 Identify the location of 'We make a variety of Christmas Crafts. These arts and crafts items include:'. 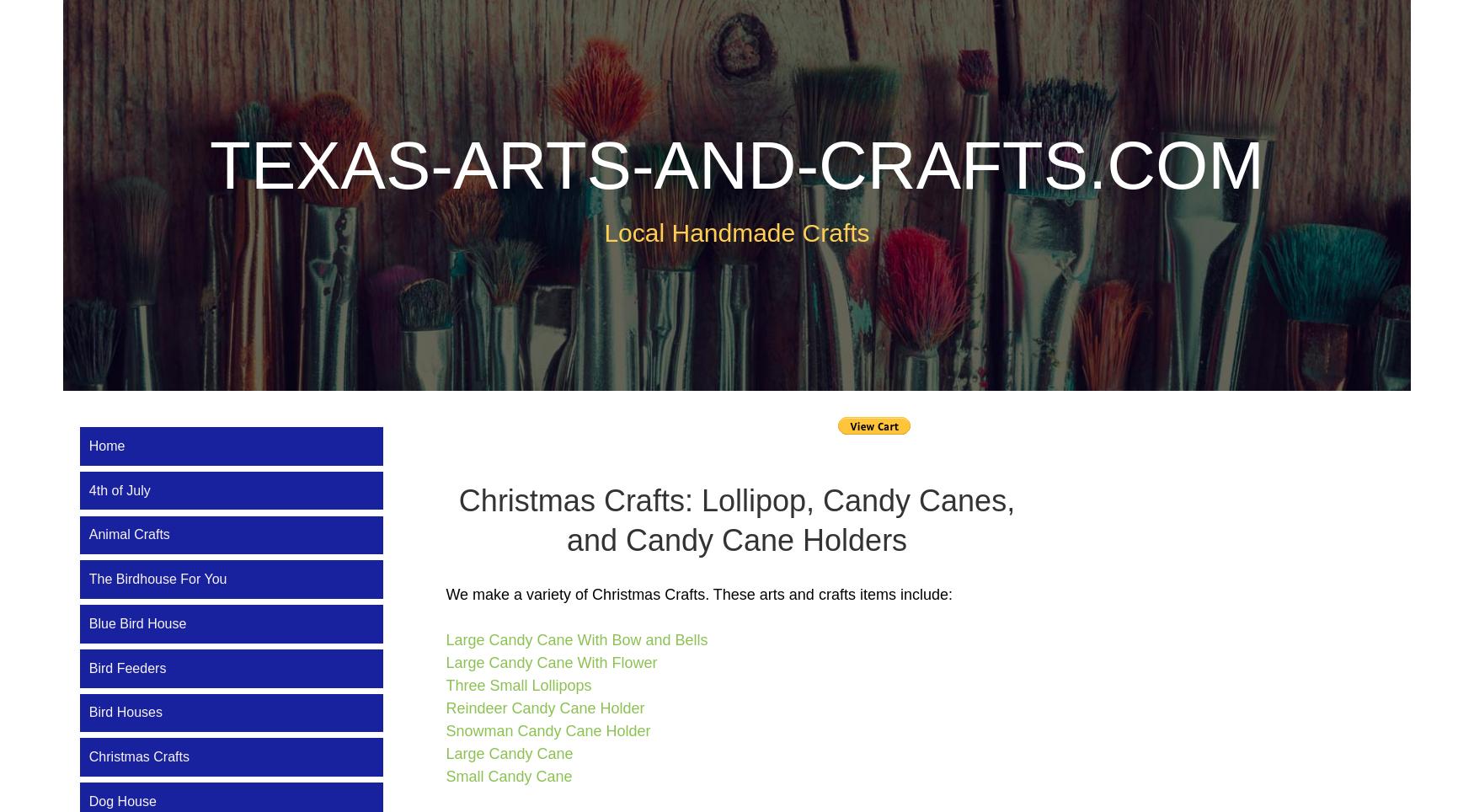
(445, 593).